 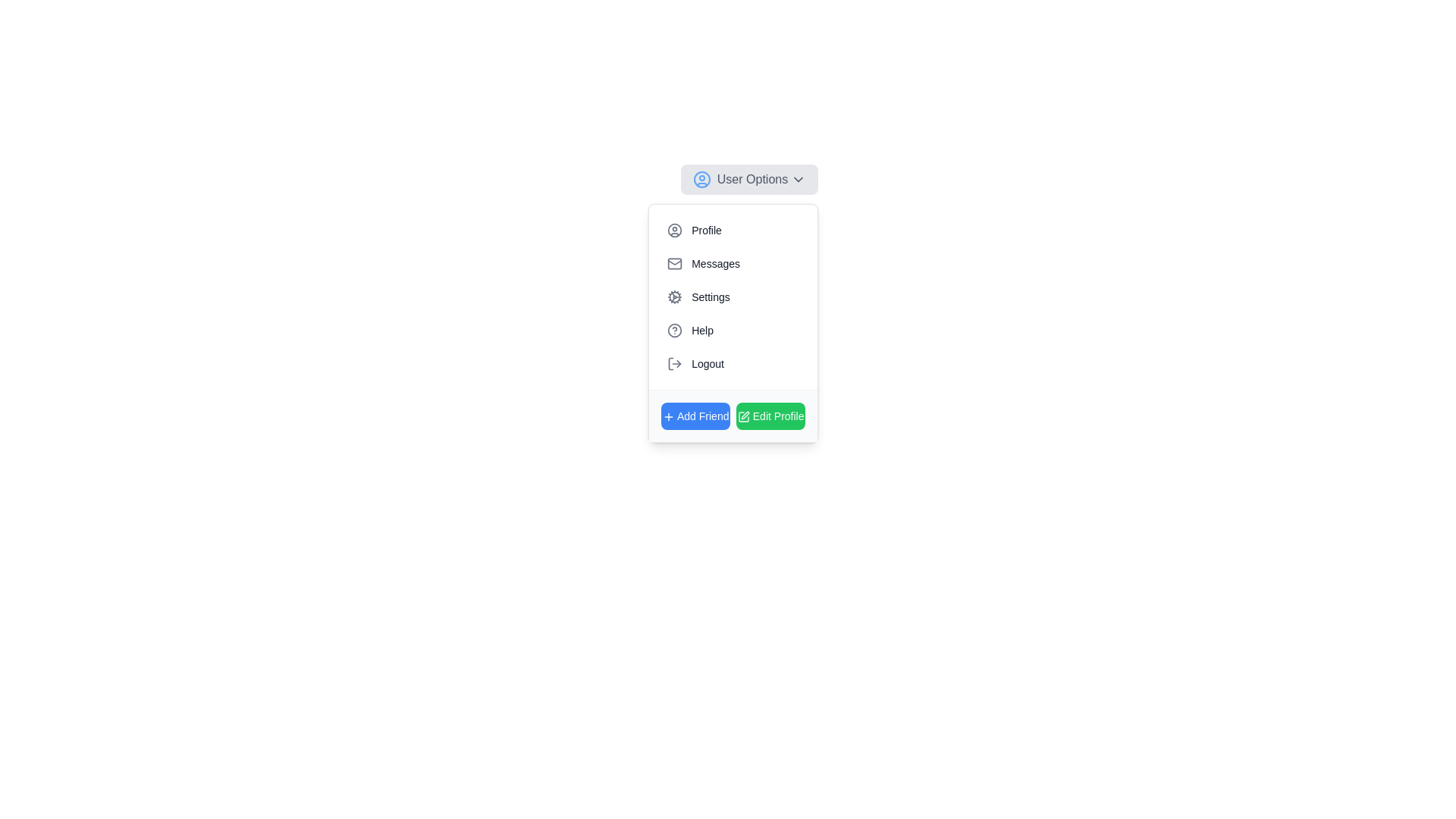 What do you see at coordinates (674, 262) in the screenshot?
I see `the envelope icon representing the 'Messages' function in the dropdown menu` at bounding box center [674, 262].